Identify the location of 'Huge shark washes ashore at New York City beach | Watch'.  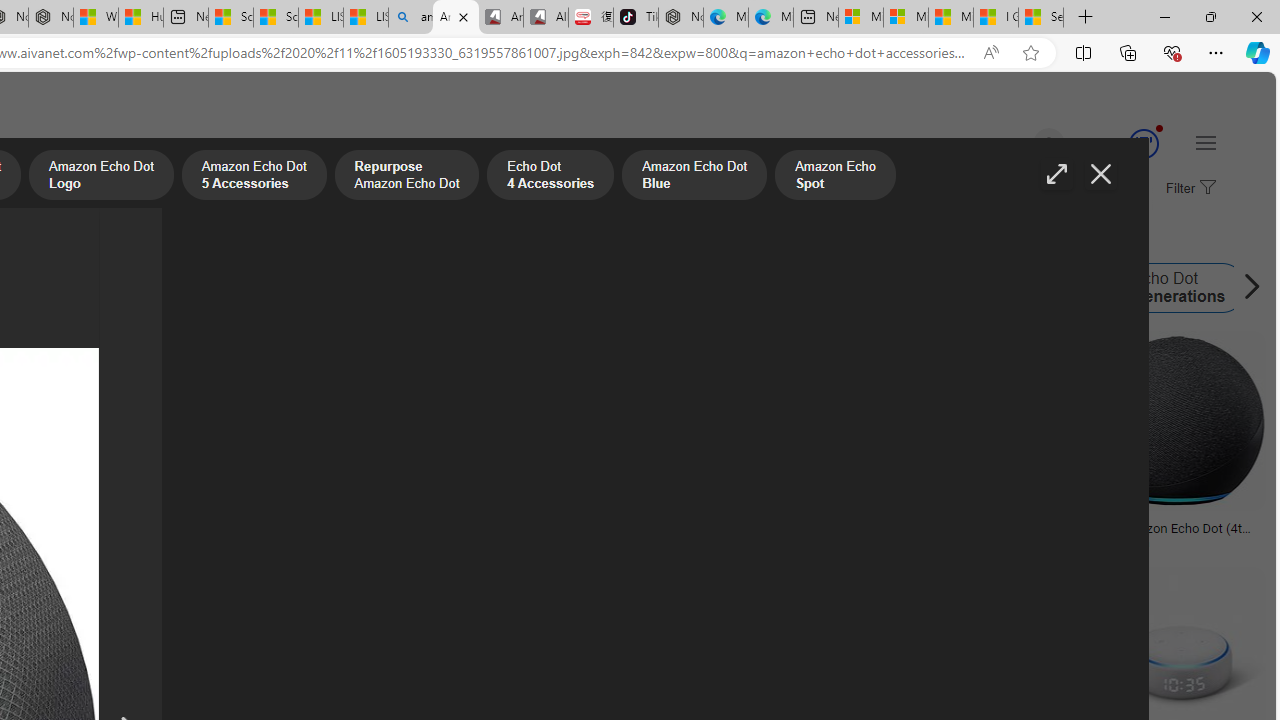
(139, 17).